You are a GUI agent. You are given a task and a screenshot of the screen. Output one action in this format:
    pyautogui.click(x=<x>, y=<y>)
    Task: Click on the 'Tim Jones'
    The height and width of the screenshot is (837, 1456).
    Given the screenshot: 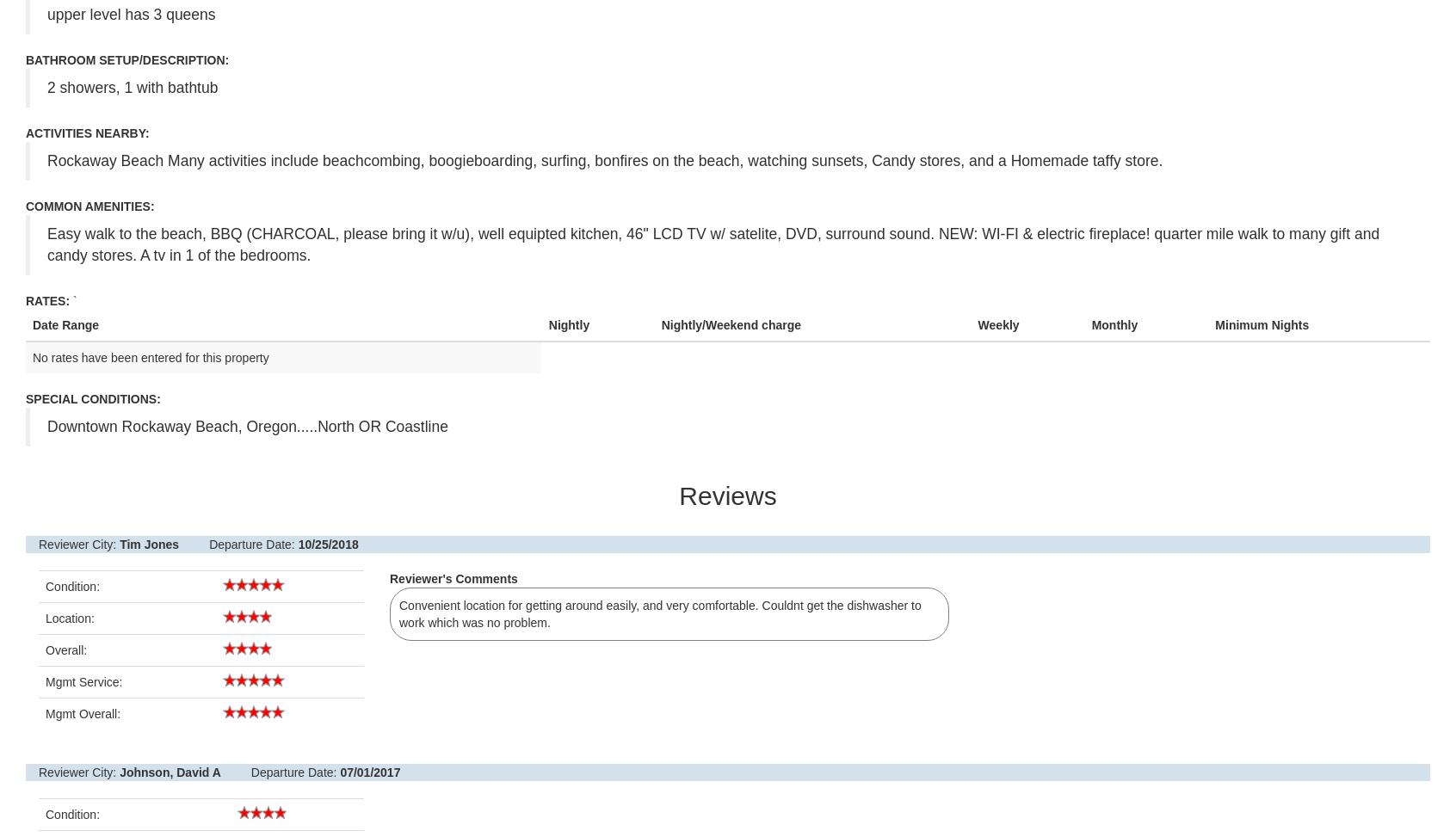 What is the action you would take?
    pyautogui.click(x=148, y=544)
    